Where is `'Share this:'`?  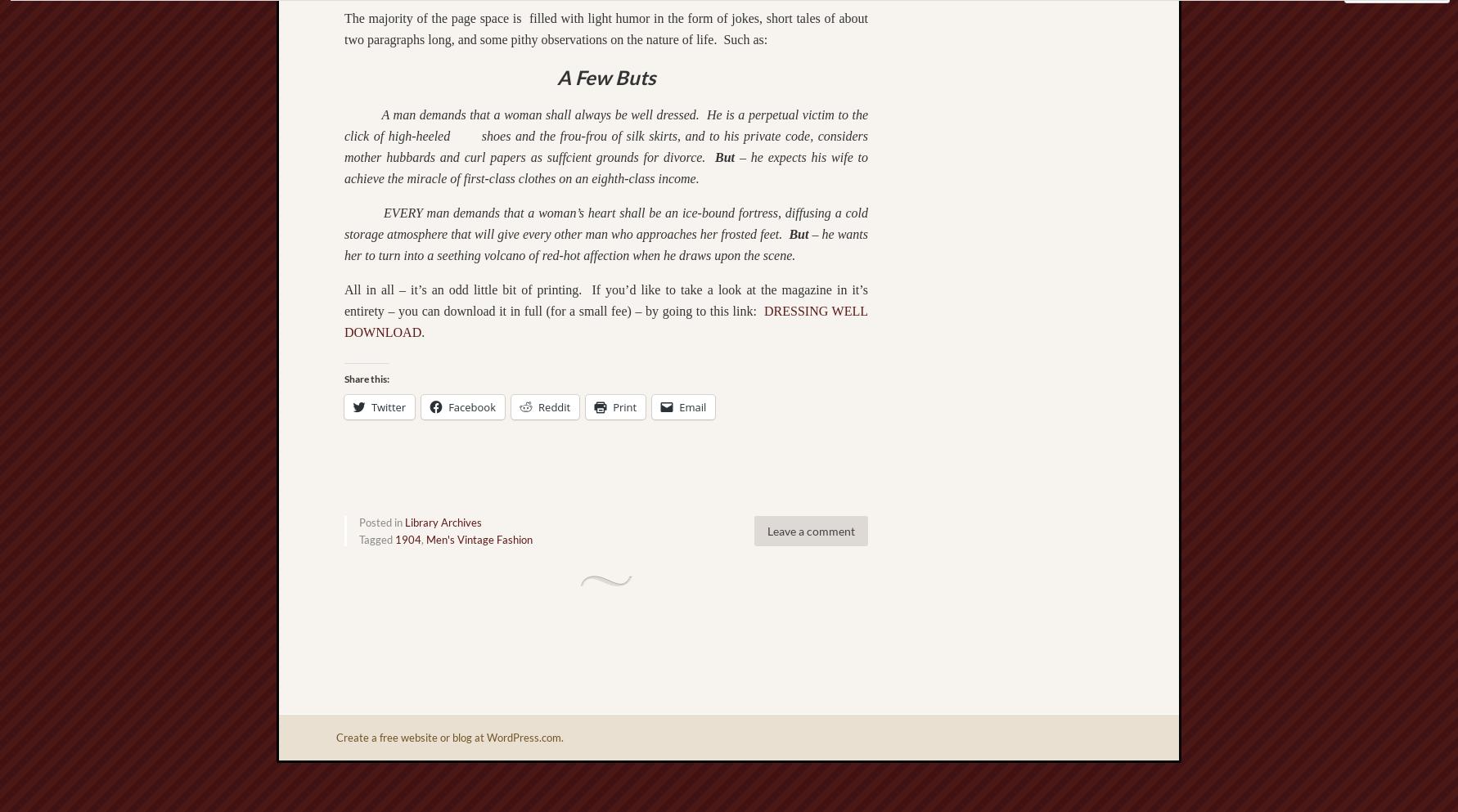
'Share this:' is located at coordinates (366, 377).